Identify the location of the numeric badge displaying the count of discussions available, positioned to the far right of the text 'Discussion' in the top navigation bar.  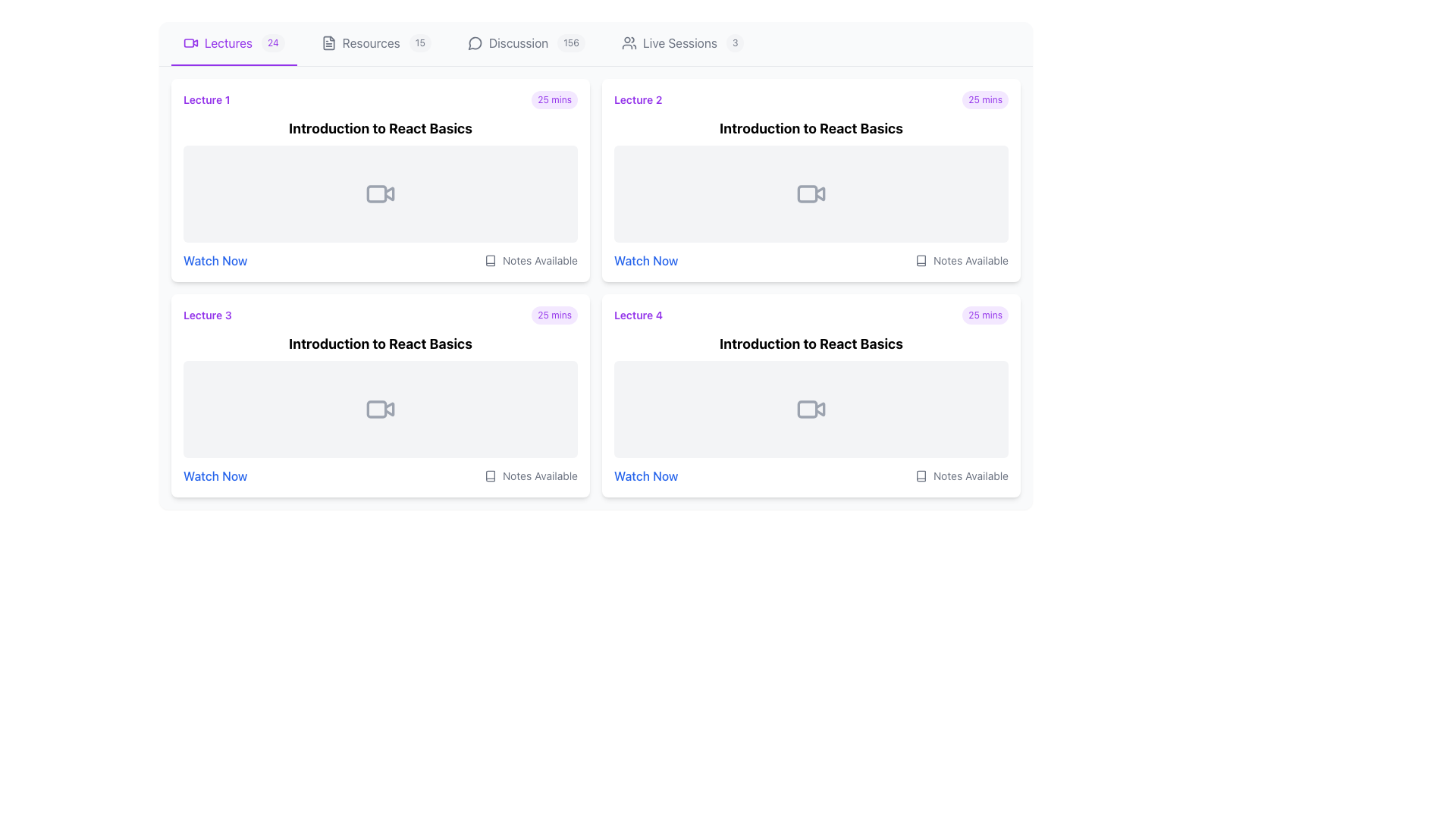
(570, 42).